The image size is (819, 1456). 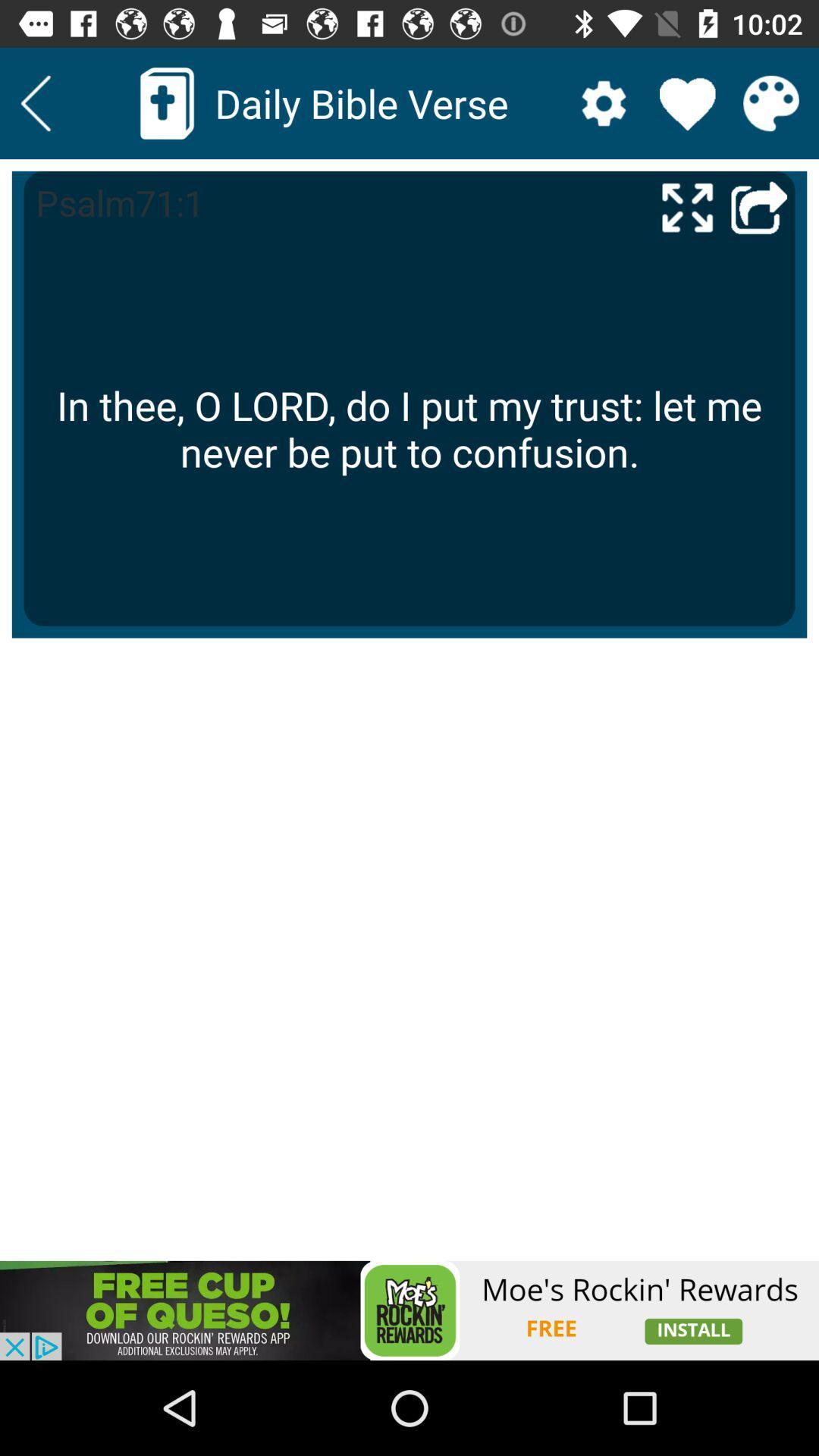 I want to click on expand the image, so click(x=687, y=206).